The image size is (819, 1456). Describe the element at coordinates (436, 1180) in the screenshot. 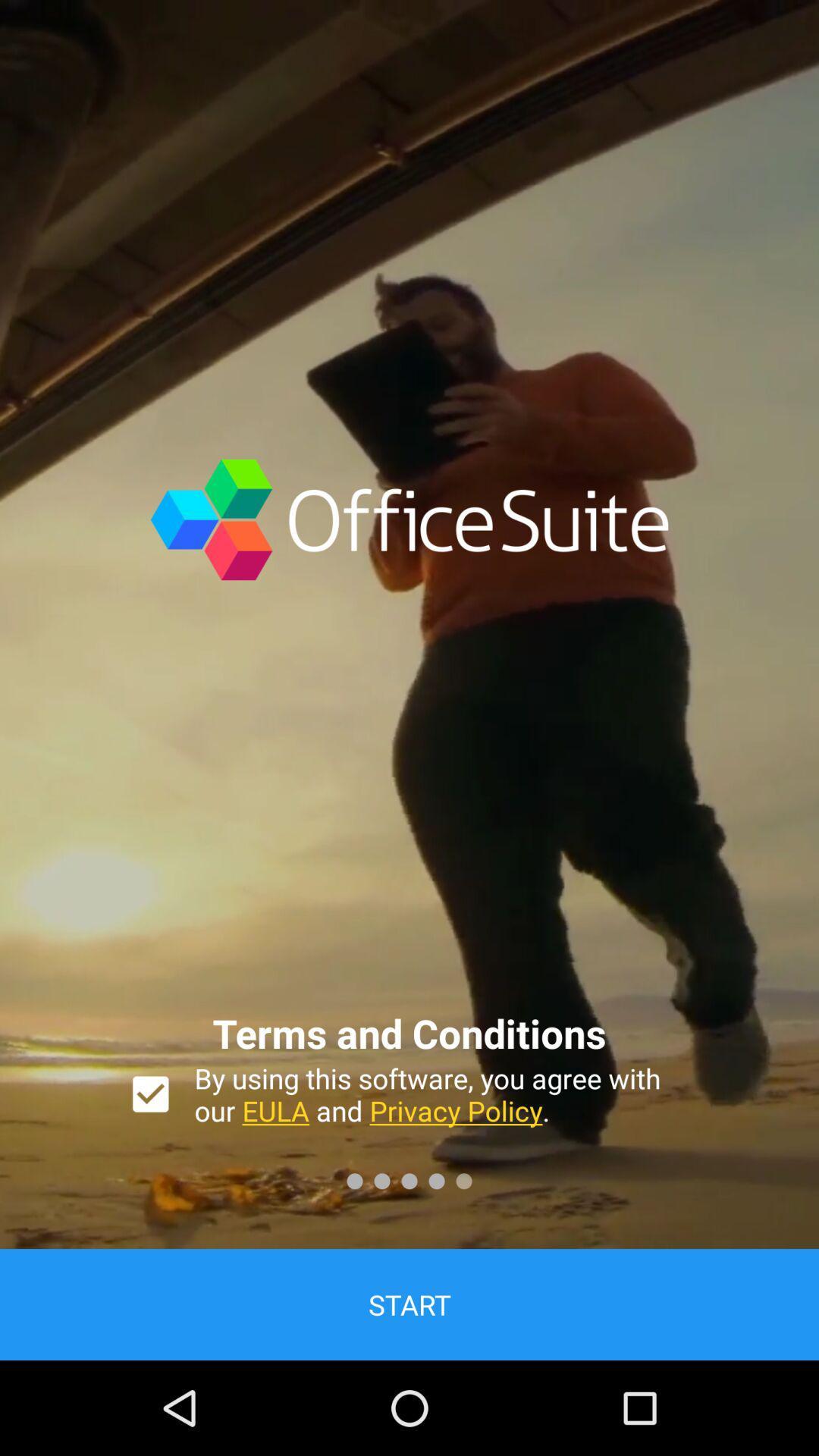

I see `the fourth button at the bottom of the page` at that location.